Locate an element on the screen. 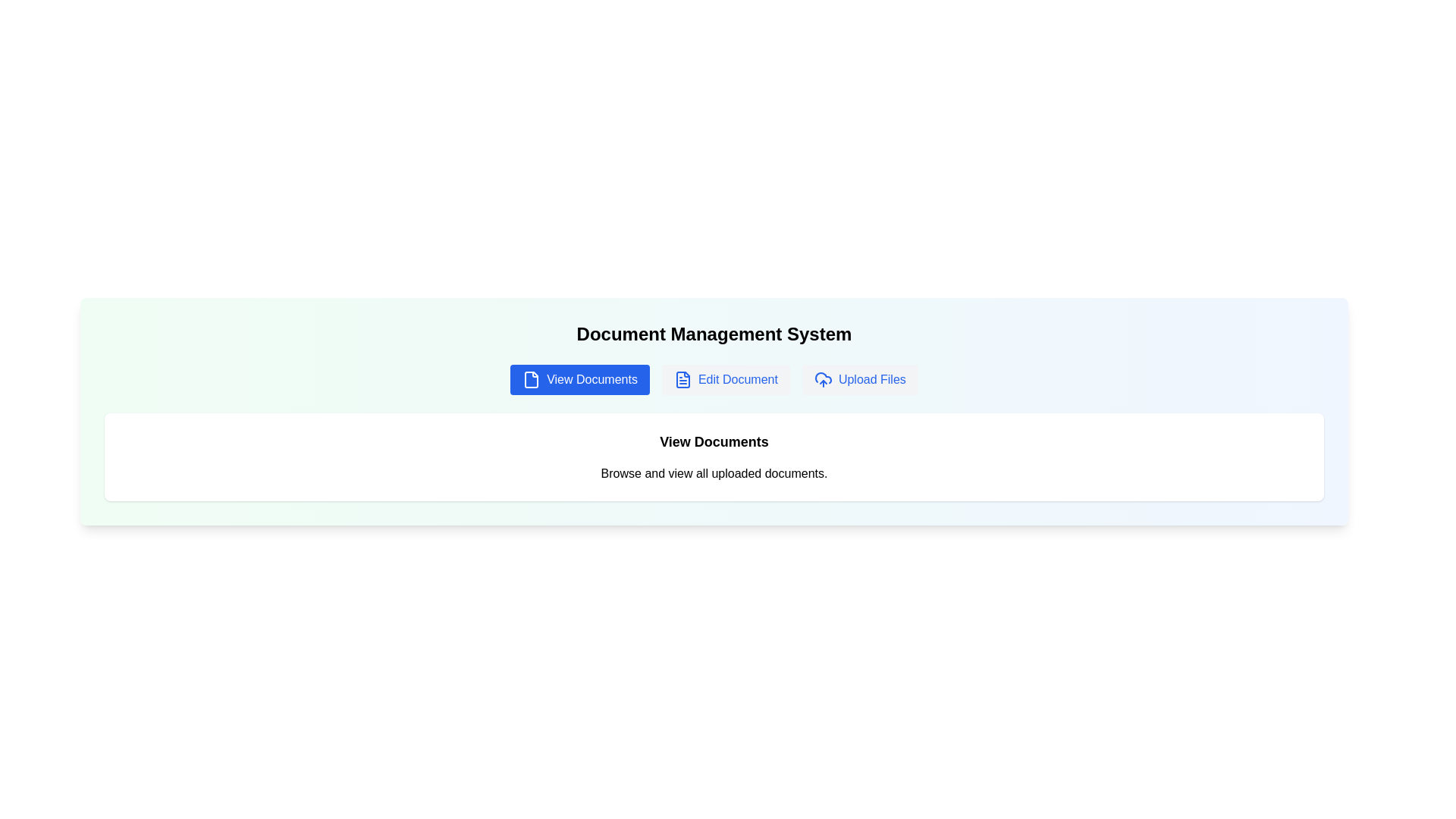  the tab labeled Upload Files is located at coordinates (859, 379).